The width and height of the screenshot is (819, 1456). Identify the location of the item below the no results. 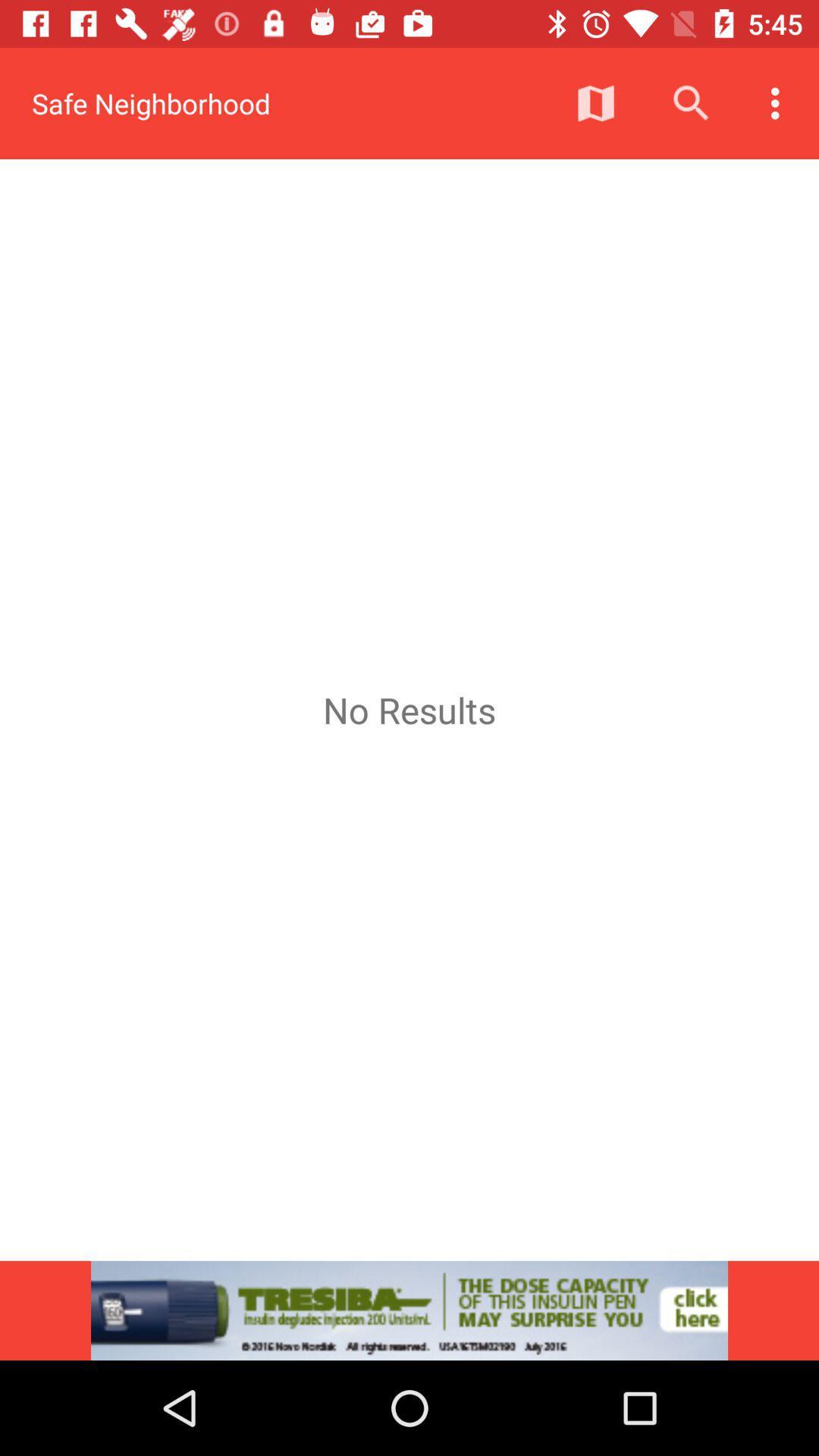
(409, 1310).